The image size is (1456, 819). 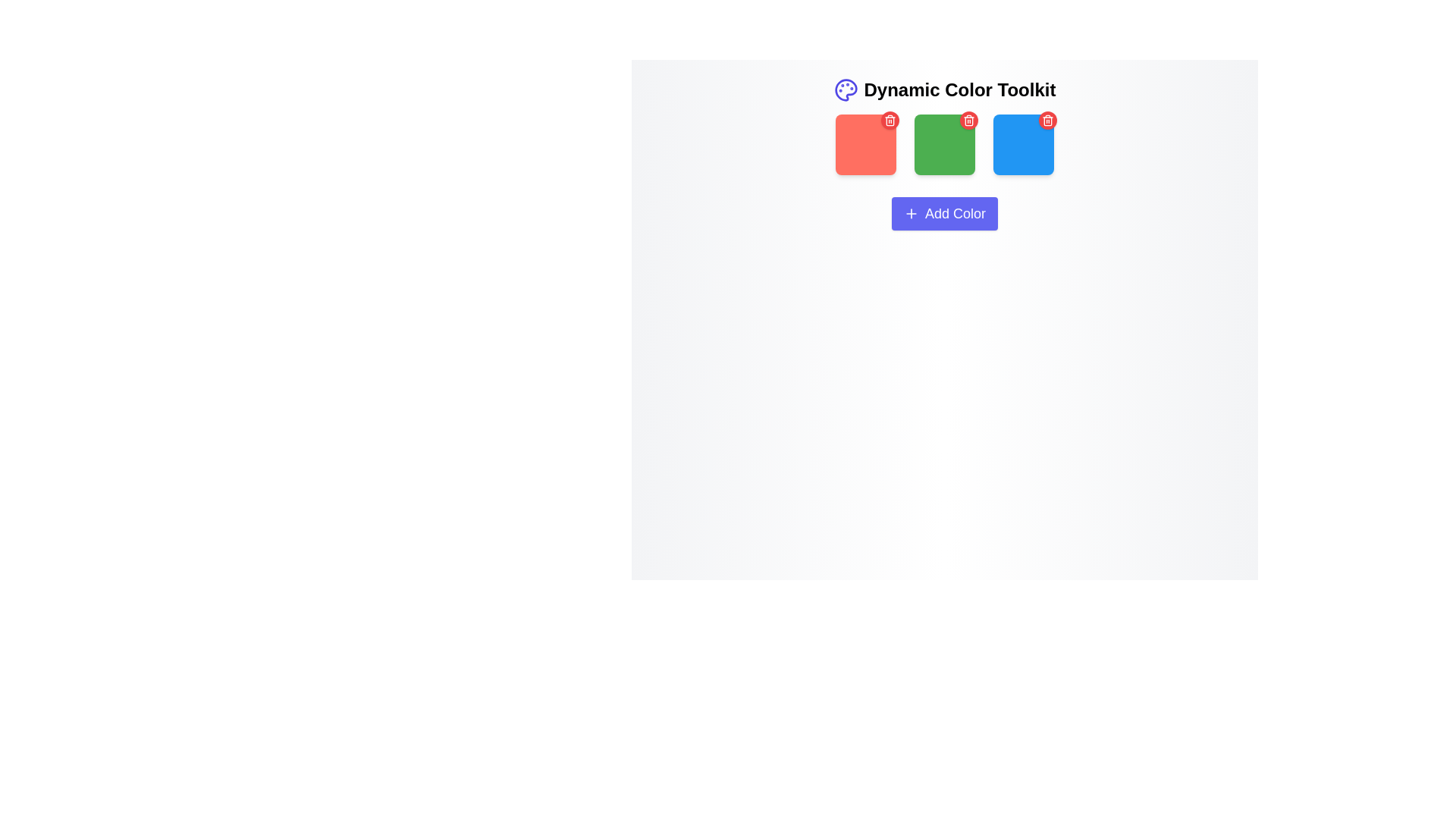 What do you see at coordinates (890, 119) in the screenshot?
I see `the trash can icon with a red background located in the top-right corner of the green square card for interaction` at bounding box center [890, 119].